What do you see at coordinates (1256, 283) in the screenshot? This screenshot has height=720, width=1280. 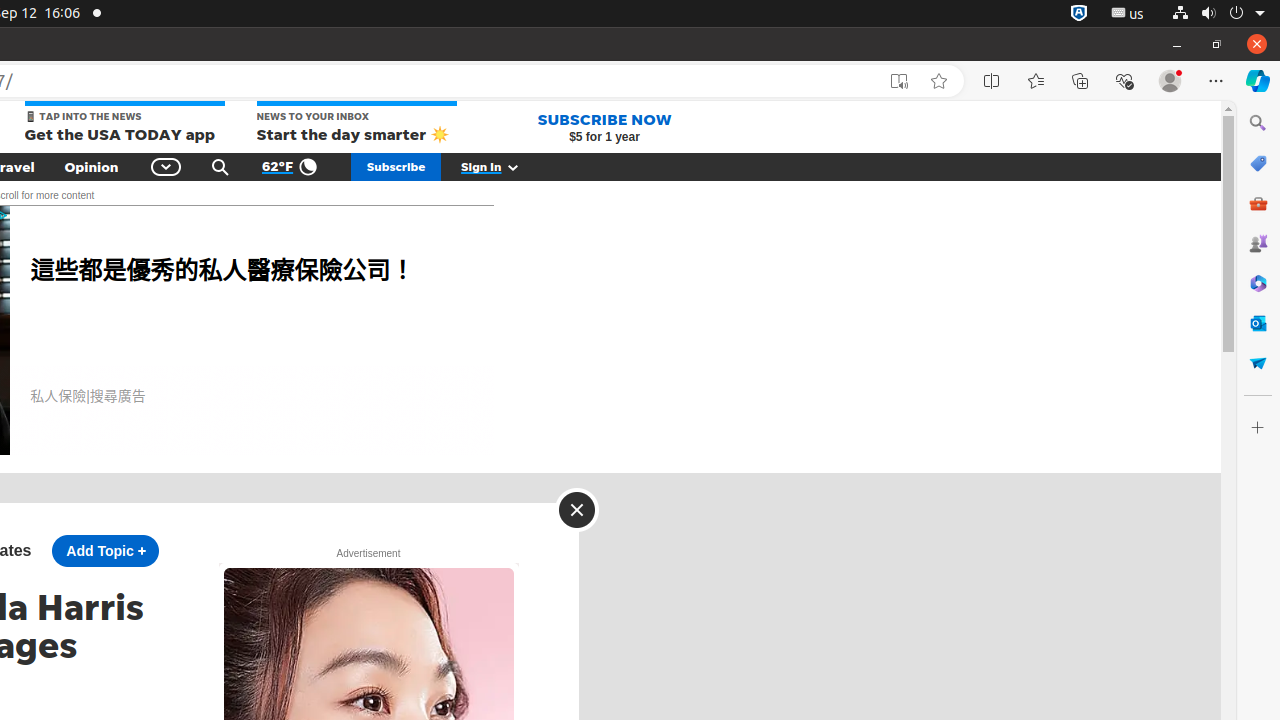 I see `'Microsoft 365'` at bounding box center [1256, 283].